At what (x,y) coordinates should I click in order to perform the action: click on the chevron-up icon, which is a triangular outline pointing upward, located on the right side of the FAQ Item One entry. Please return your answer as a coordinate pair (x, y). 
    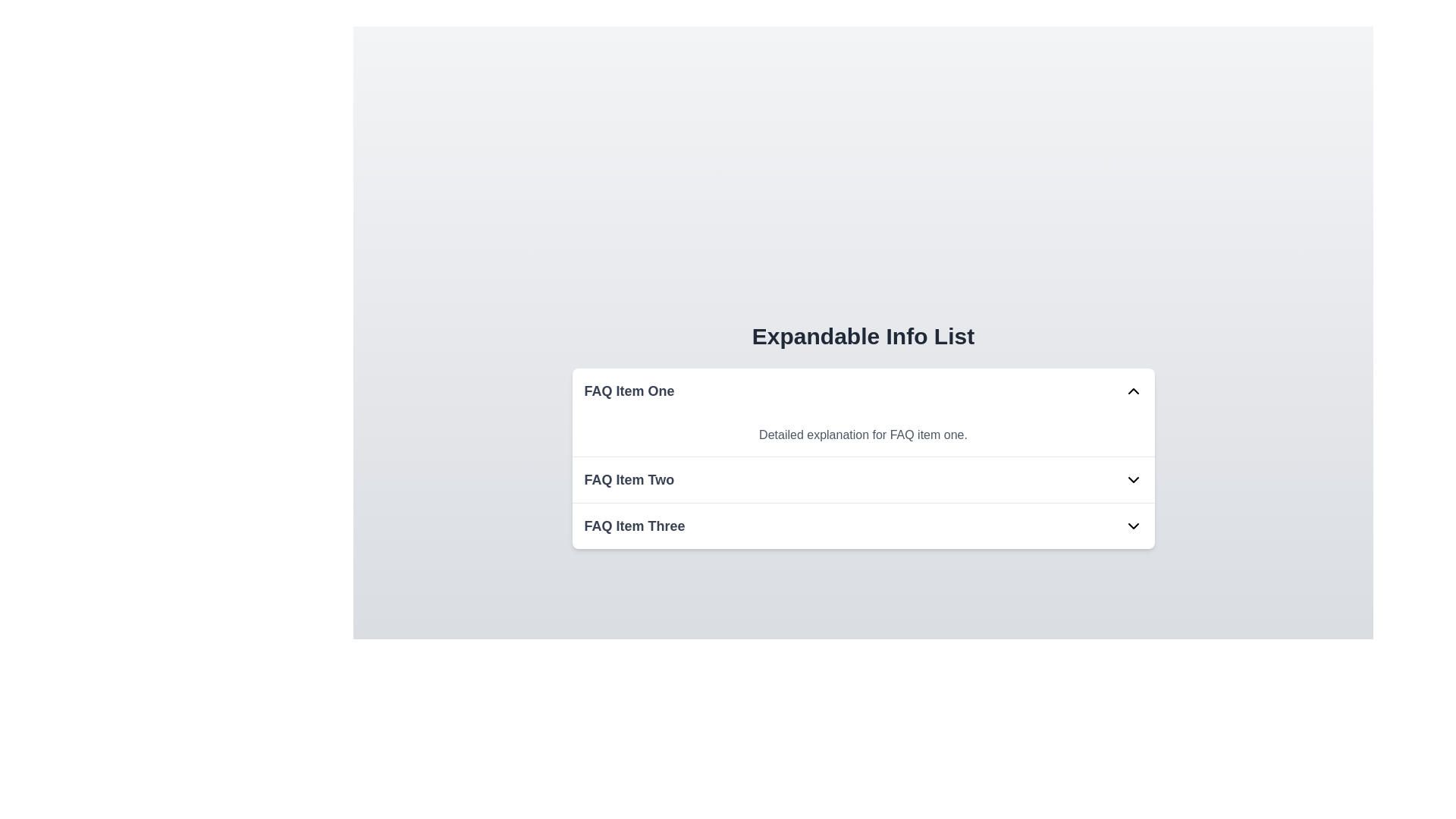
    Looking at the image, I should click on (1133, 391).